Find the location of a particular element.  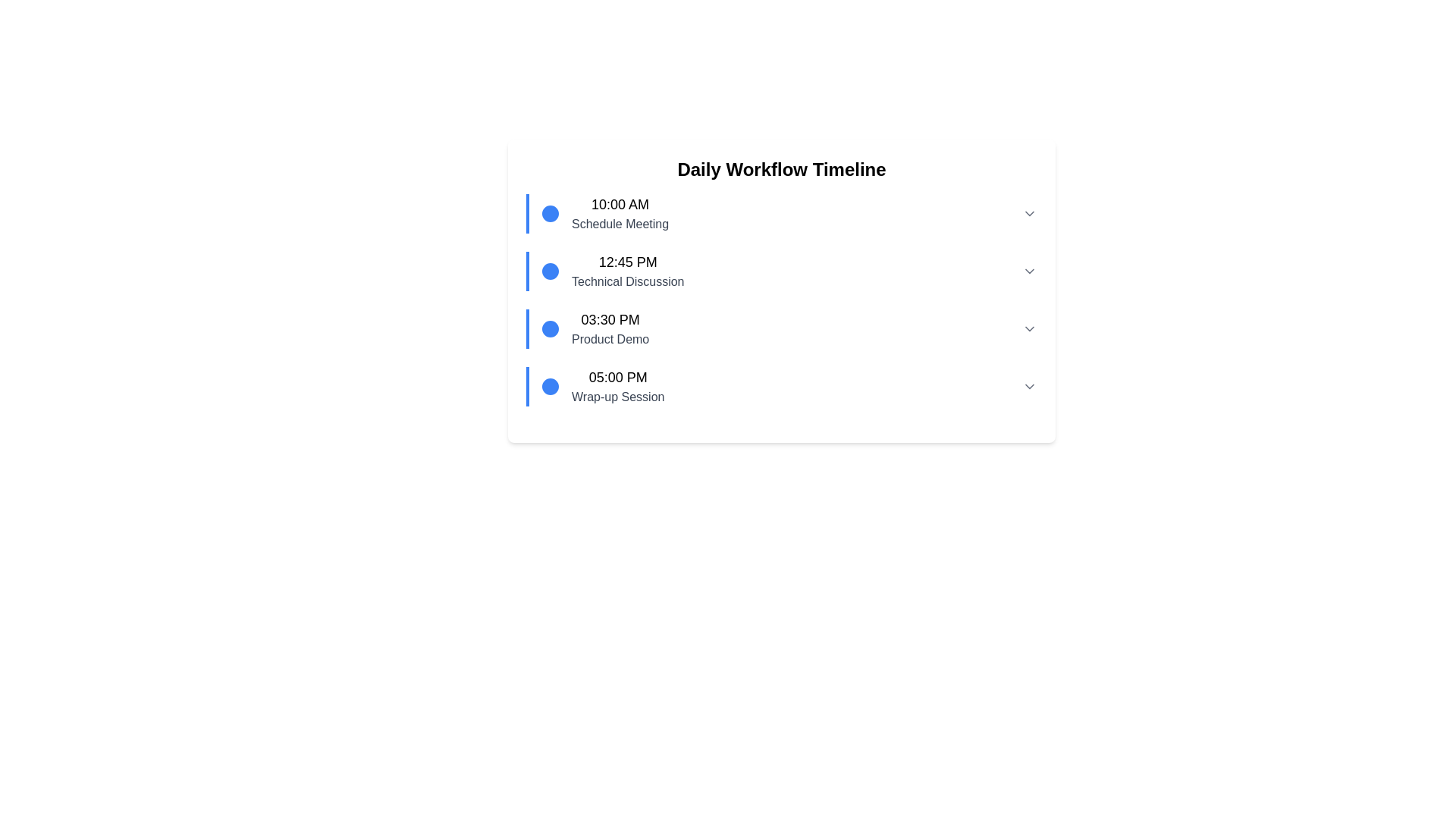

the third circular marker in the timeline, which is positioned to the left of '03:30 PM' and 'Product Demo' is located at coordinates (549, 328).